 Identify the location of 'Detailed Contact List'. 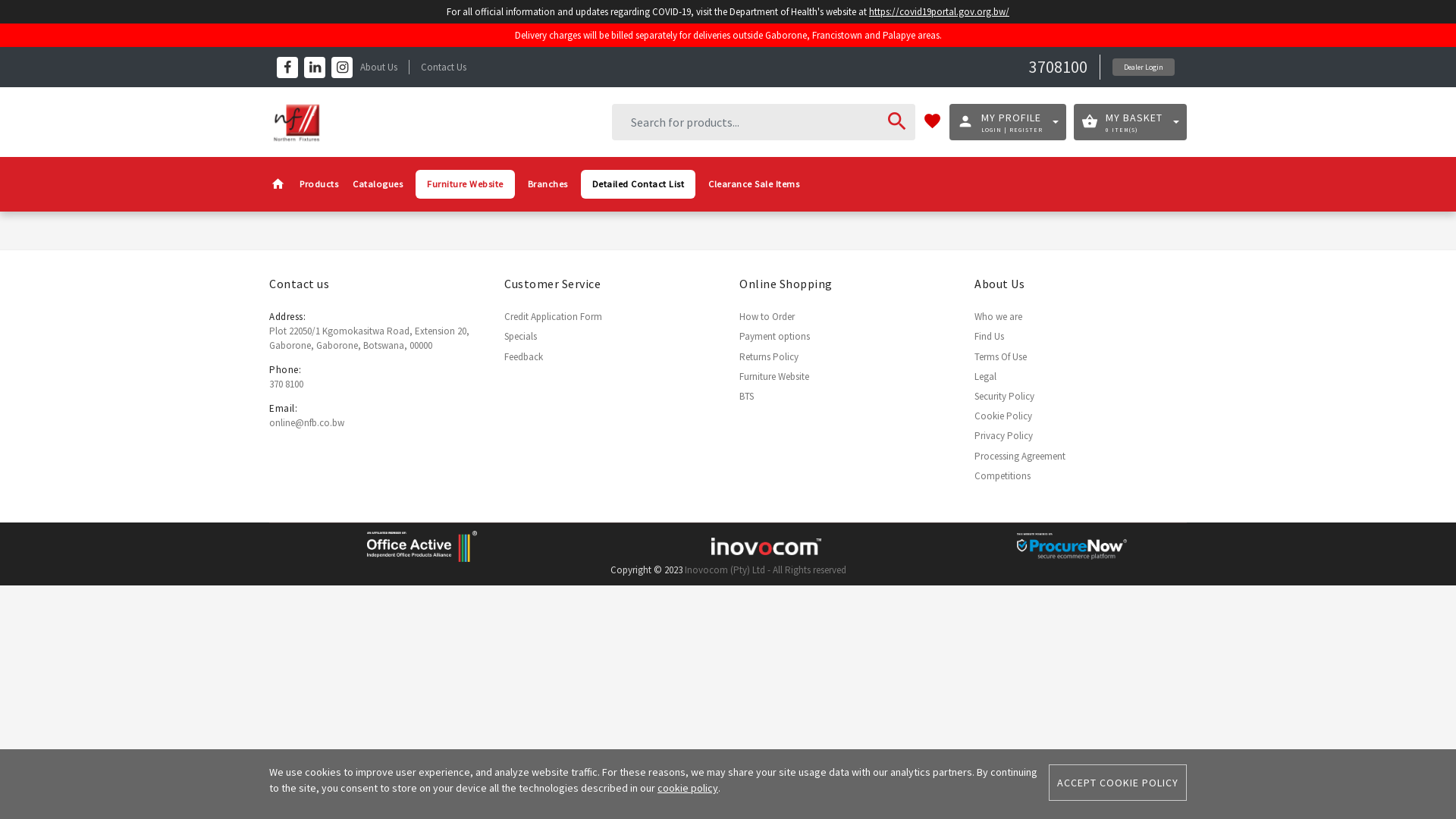
(580, 184).